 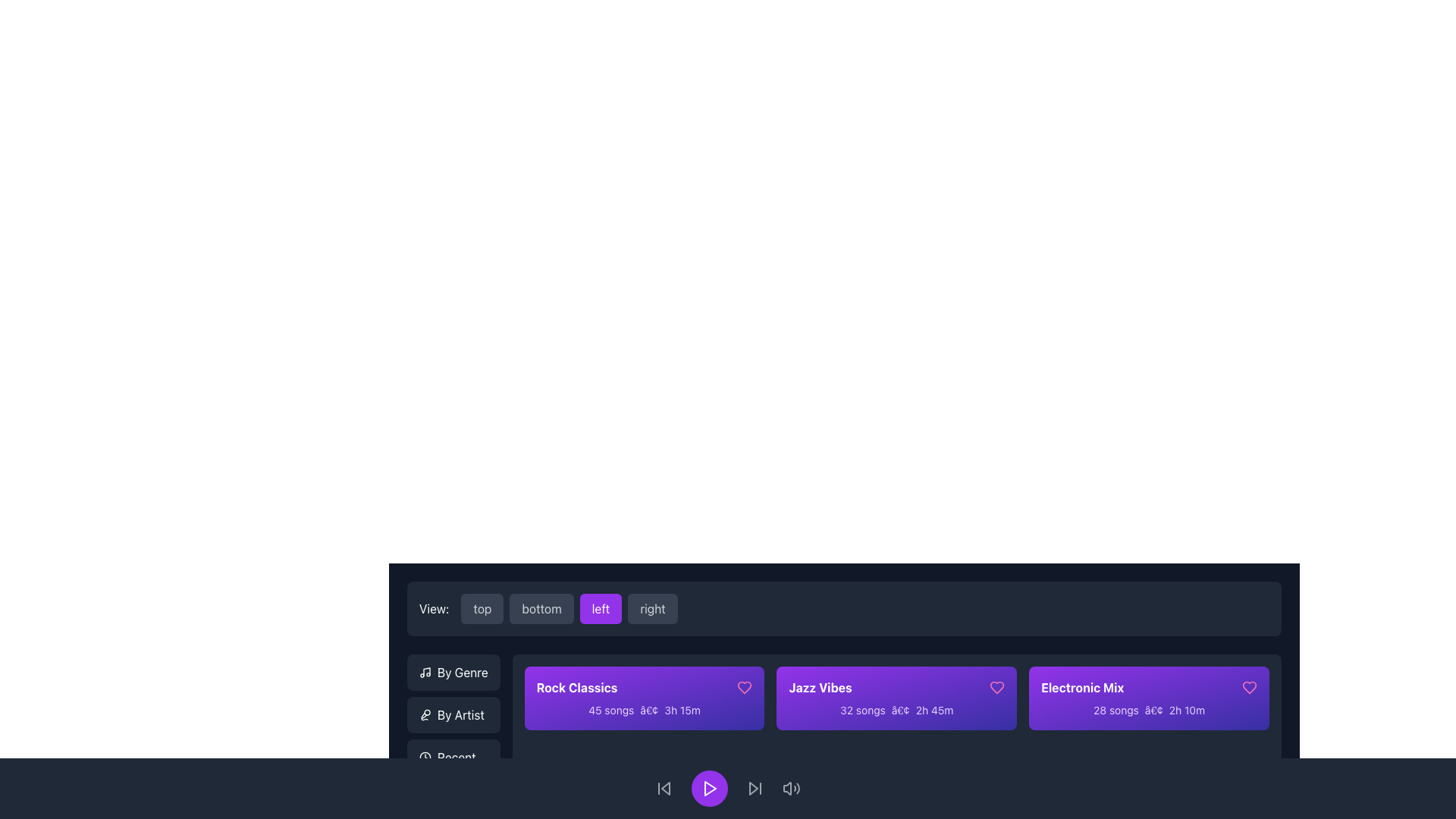 I want to click on the 'By Artist' button located in the vertical navigation menu, which has a dark background and white text, so click(x=453, y=714).